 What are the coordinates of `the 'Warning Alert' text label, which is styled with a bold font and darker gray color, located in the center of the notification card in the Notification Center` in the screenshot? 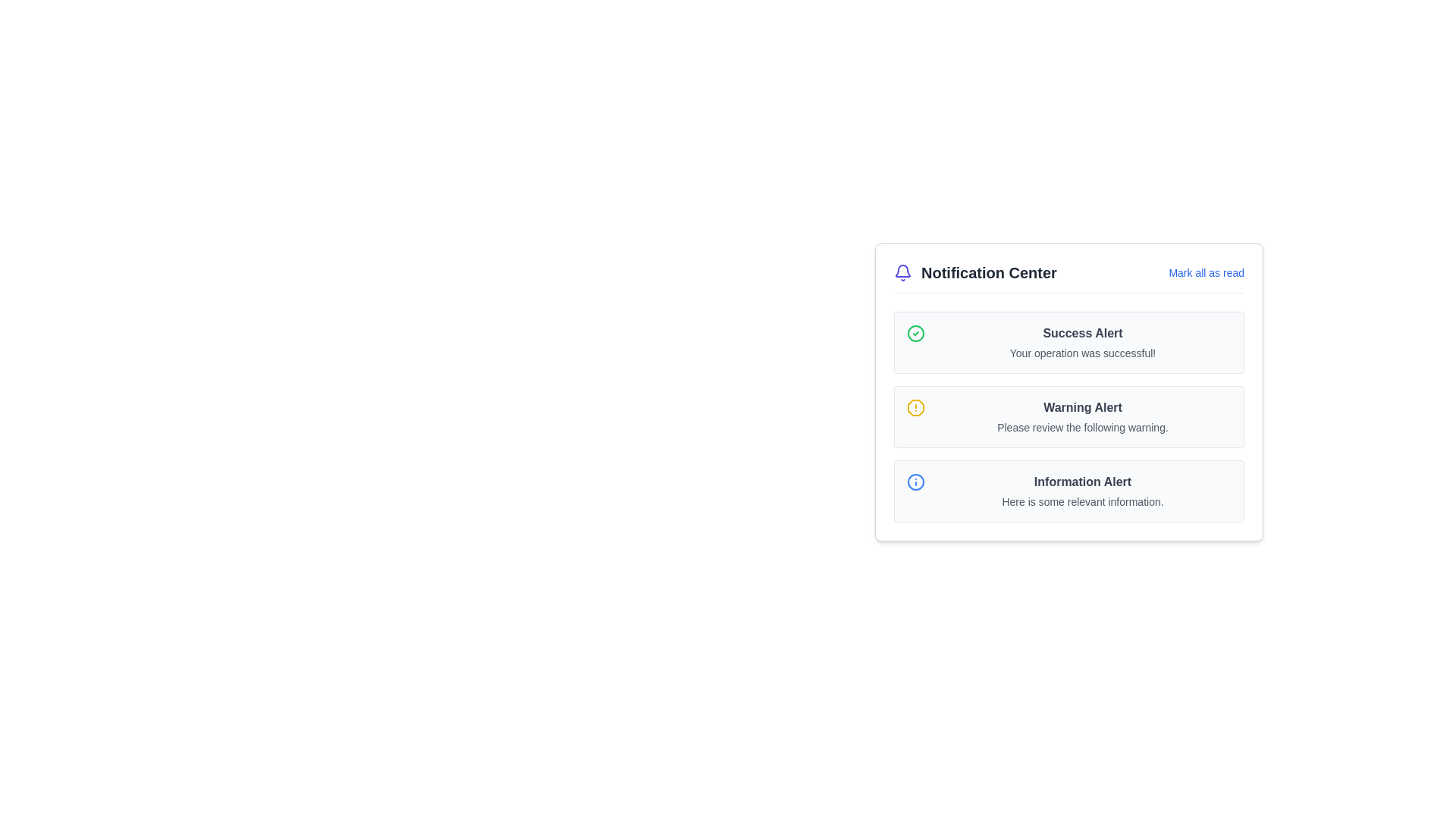 It's located at (1082, 406).